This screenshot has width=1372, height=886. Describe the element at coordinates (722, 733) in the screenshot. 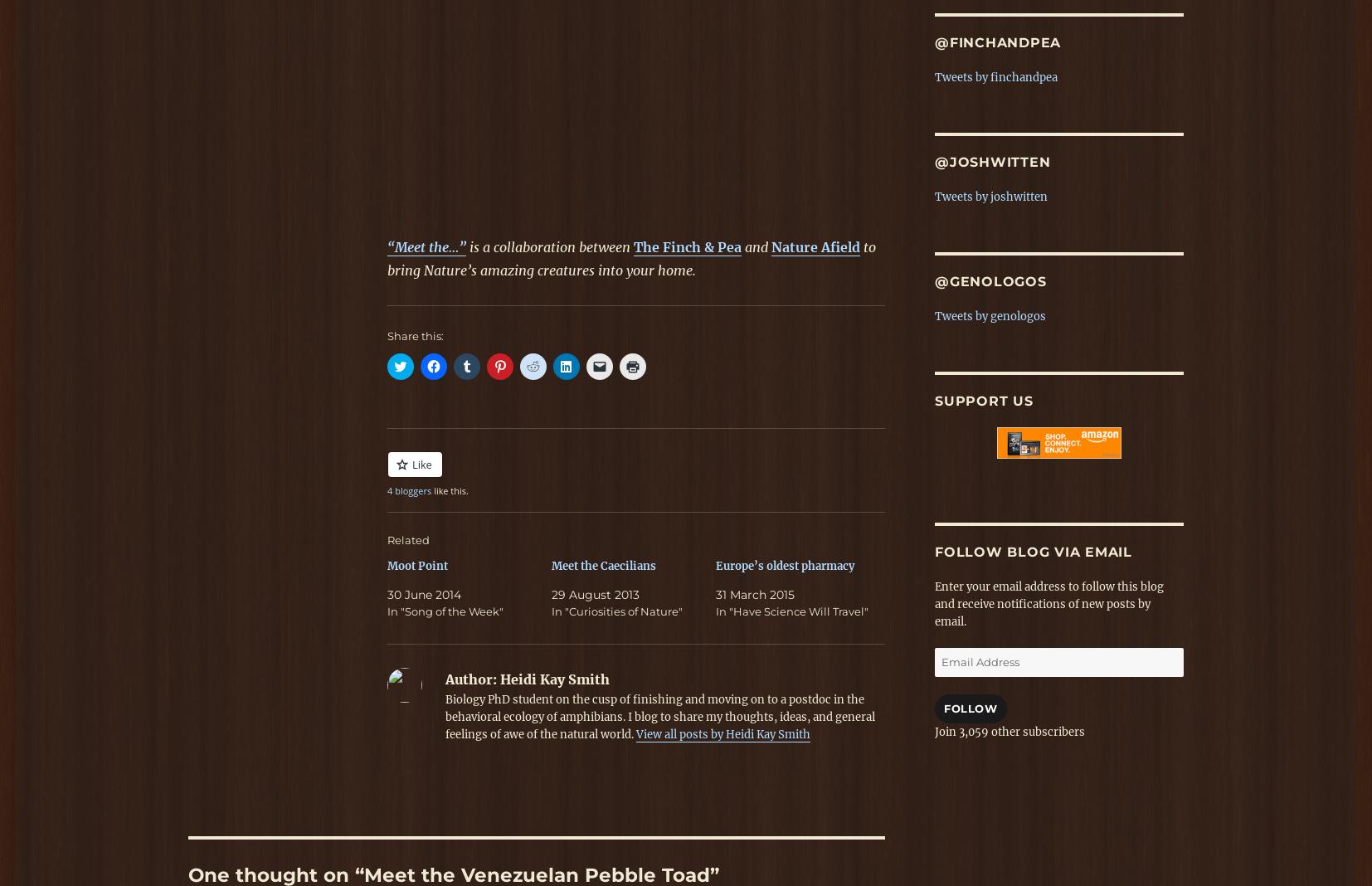

I see `'View all posts by Heidi Kay Smith'` at that location.